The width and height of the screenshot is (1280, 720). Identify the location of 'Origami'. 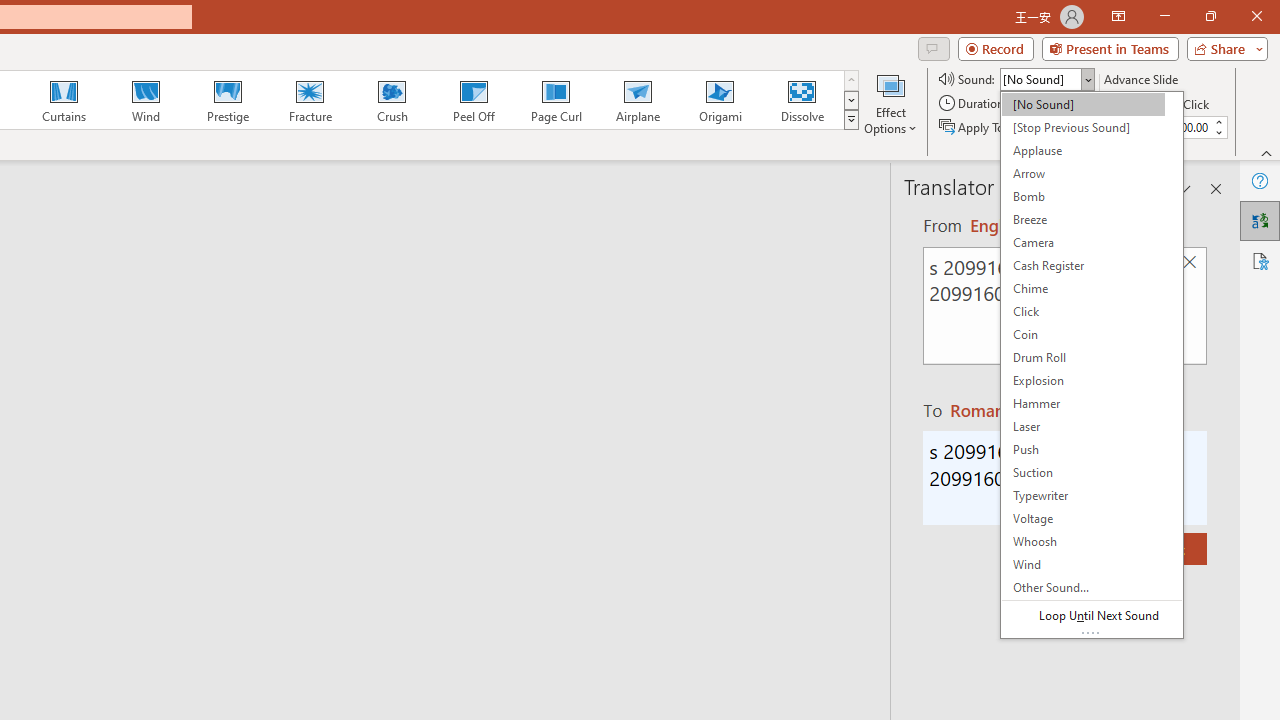
(720, 100).